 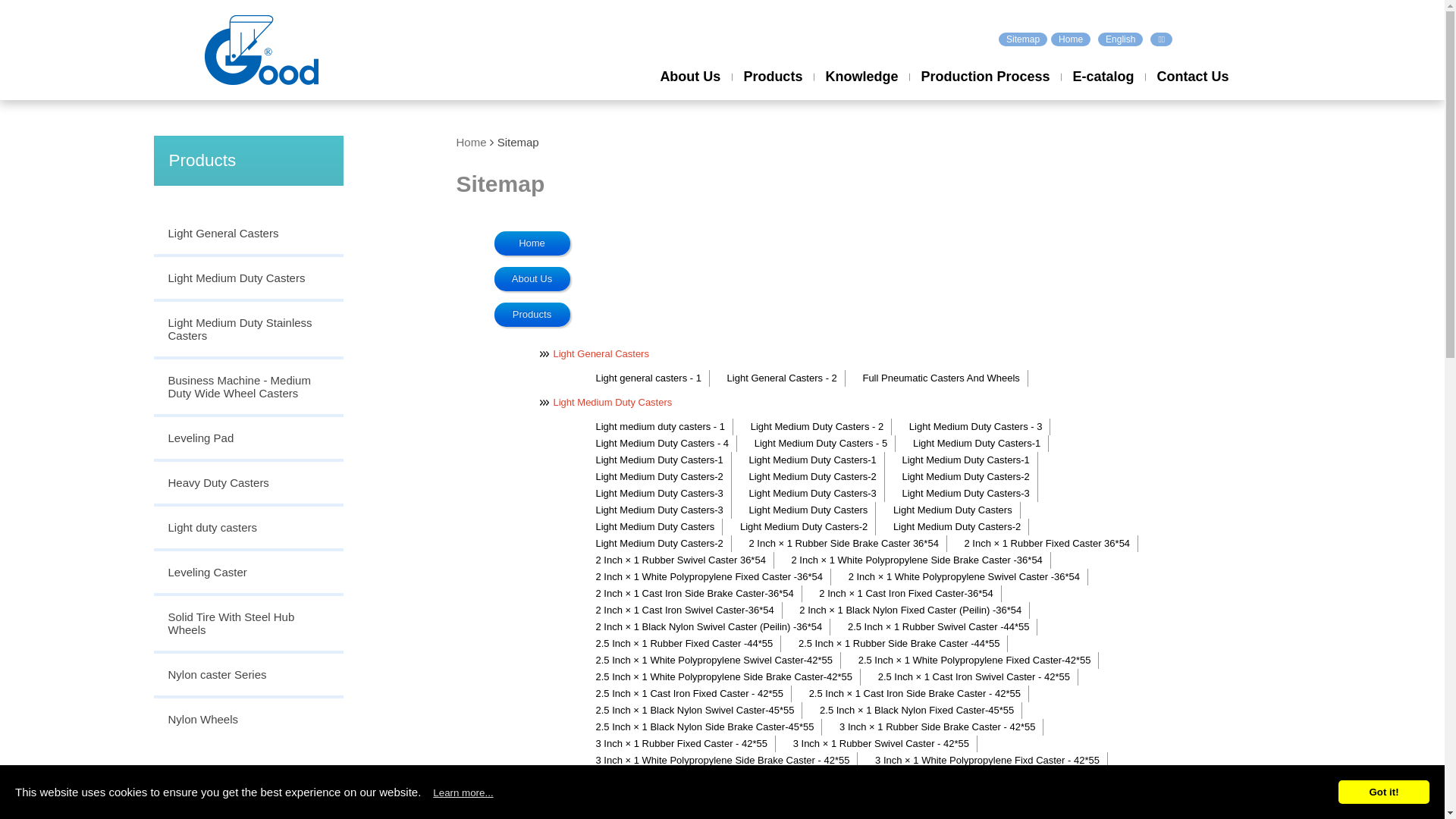 I want to click on 'Light general casters - 1', so click(x=585, y=377).